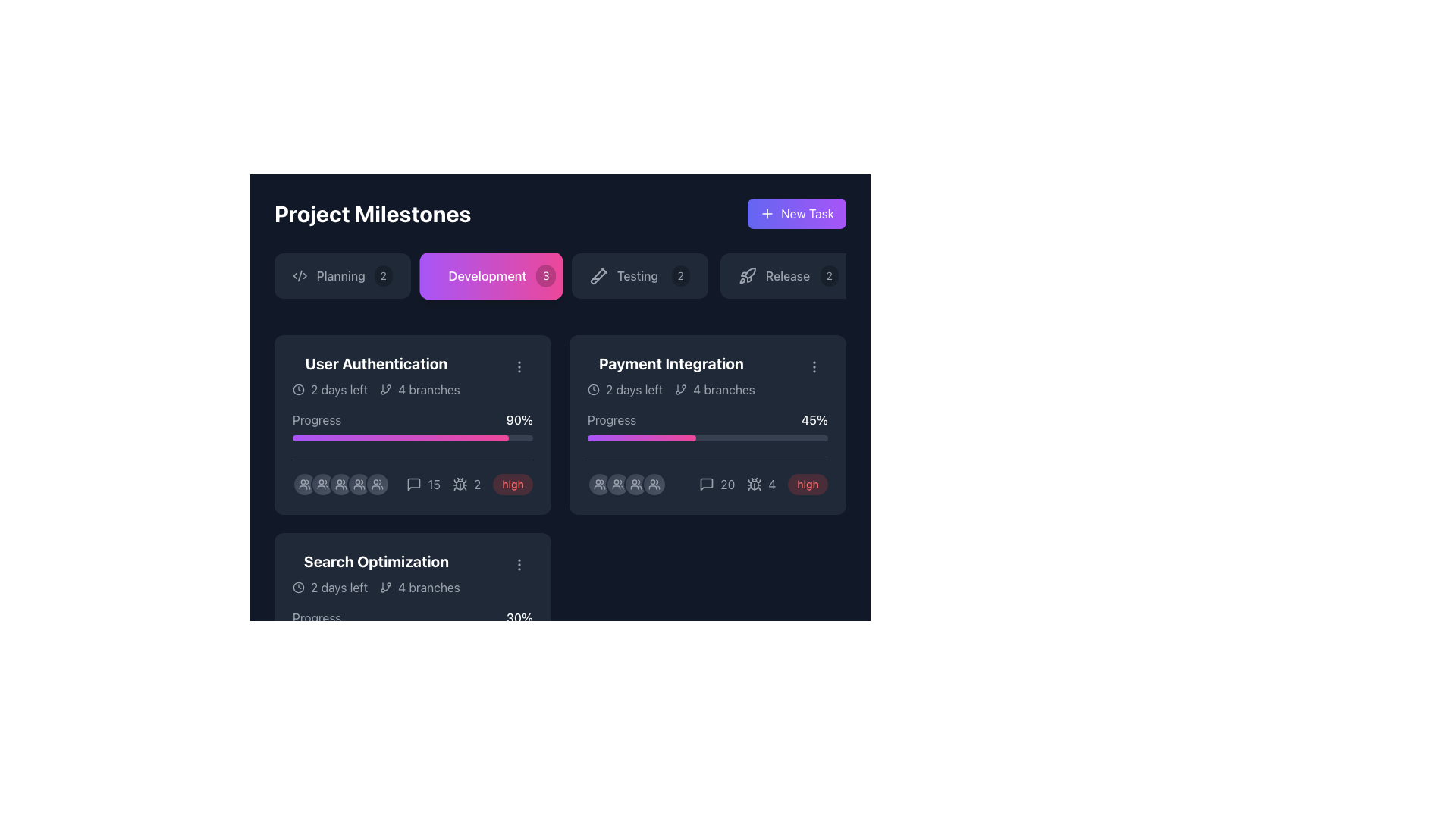 This screenshot has width=1456, height=819. What do you see at coordinates (789, 275) in the screenshot?
I see `the 'Release' button, which is the fourth button in the group under 'Project Milestones'` at bounding box center [789, 275].